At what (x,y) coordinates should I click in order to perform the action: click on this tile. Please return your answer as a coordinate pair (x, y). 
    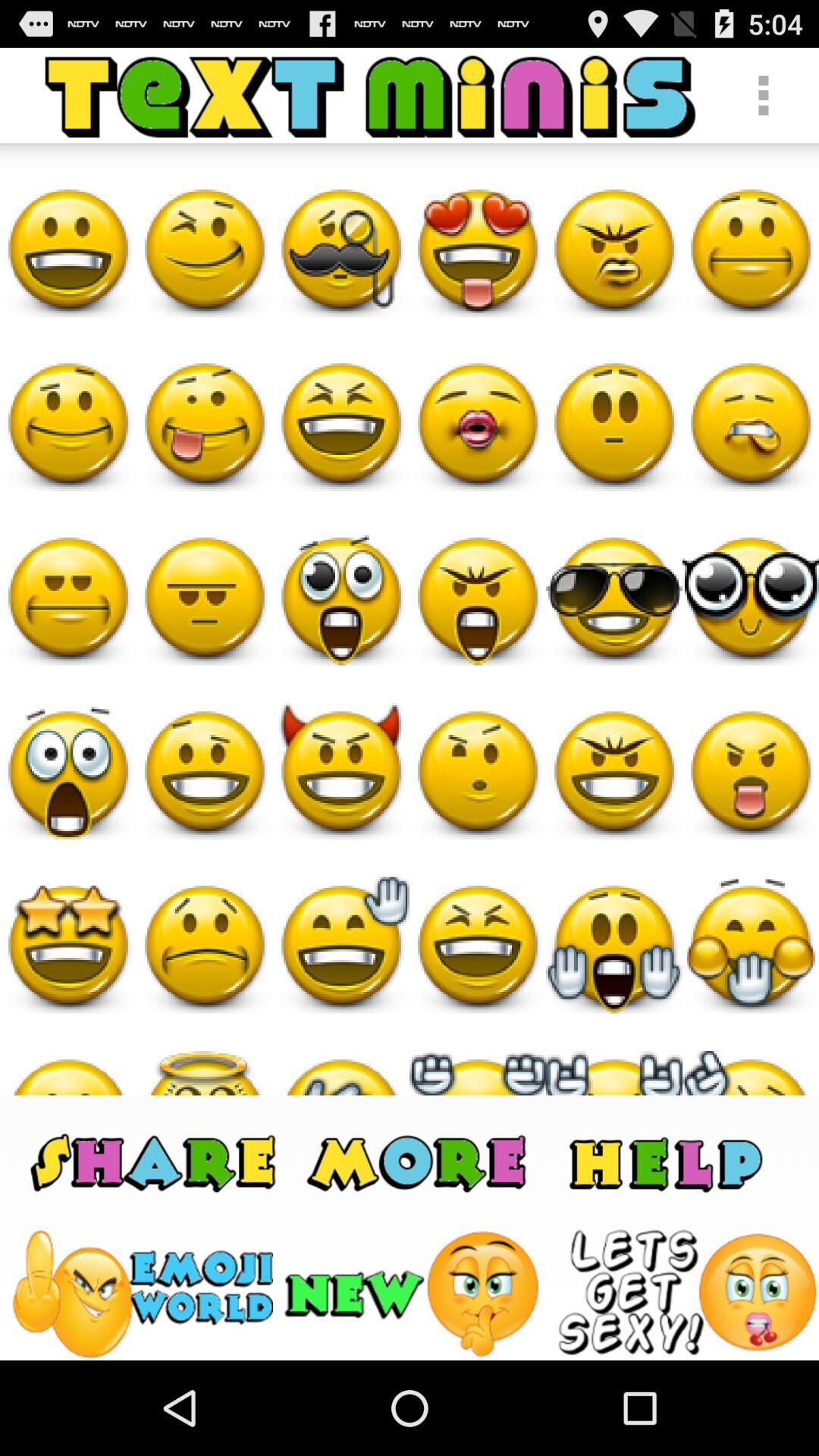
    Looking at the image, I should click on (141, 1293).